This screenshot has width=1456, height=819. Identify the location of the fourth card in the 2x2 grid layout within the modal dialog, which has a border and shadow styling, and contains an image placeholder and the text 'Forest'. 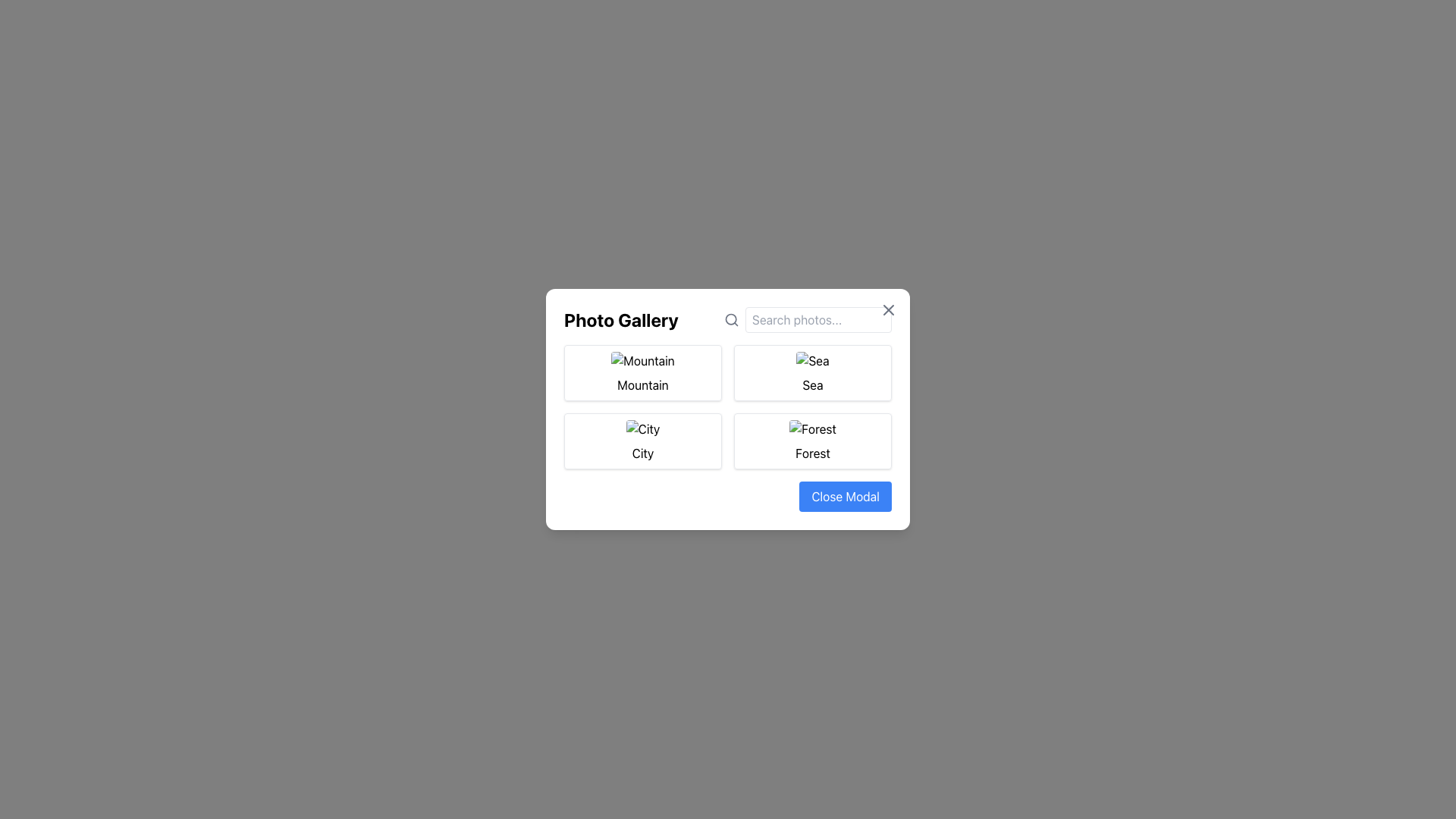
(811, 441).